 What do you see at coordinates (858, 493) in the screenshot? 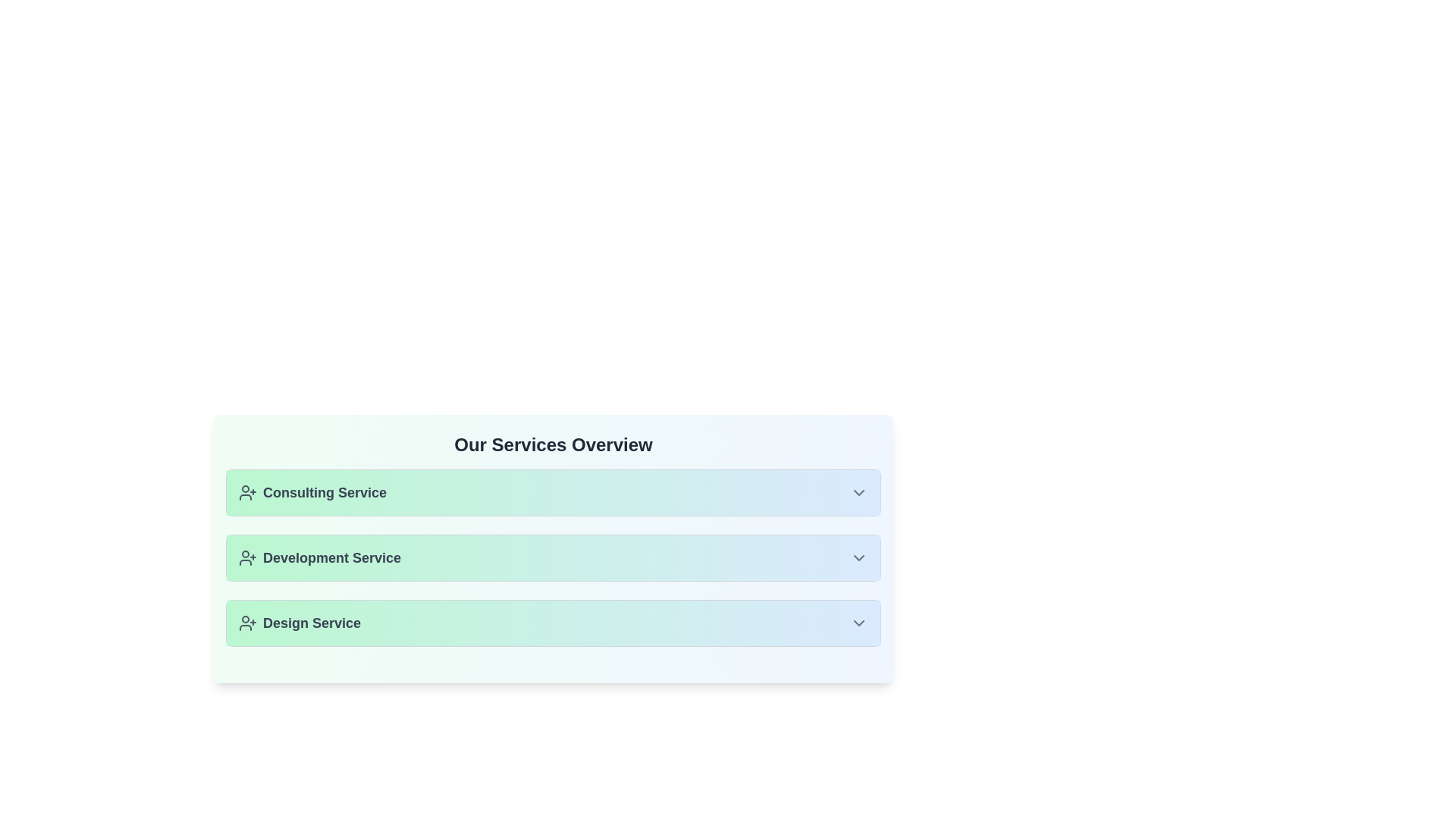
I see `the chevron icon located at the far-right side of the 'Consulting Service' section` at bounding box center [858, 493].